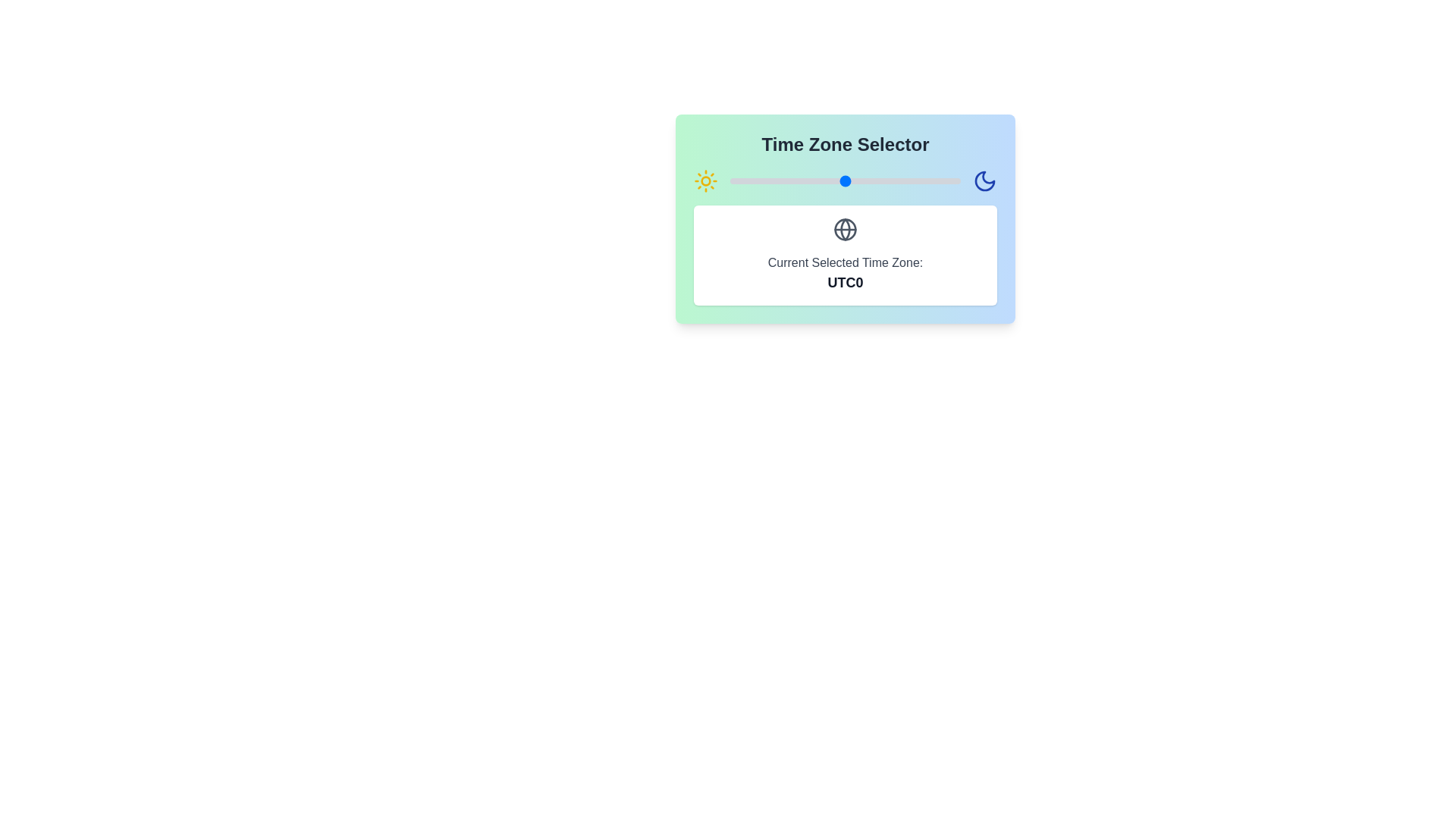 This screenshot has height=819, width=1456. Describe the element at coordinates (985, 180) in the screenshot. I see `the moon icon with a blue stroke color located at the top right corner of the 'Time Zone Selector' box` at that location.